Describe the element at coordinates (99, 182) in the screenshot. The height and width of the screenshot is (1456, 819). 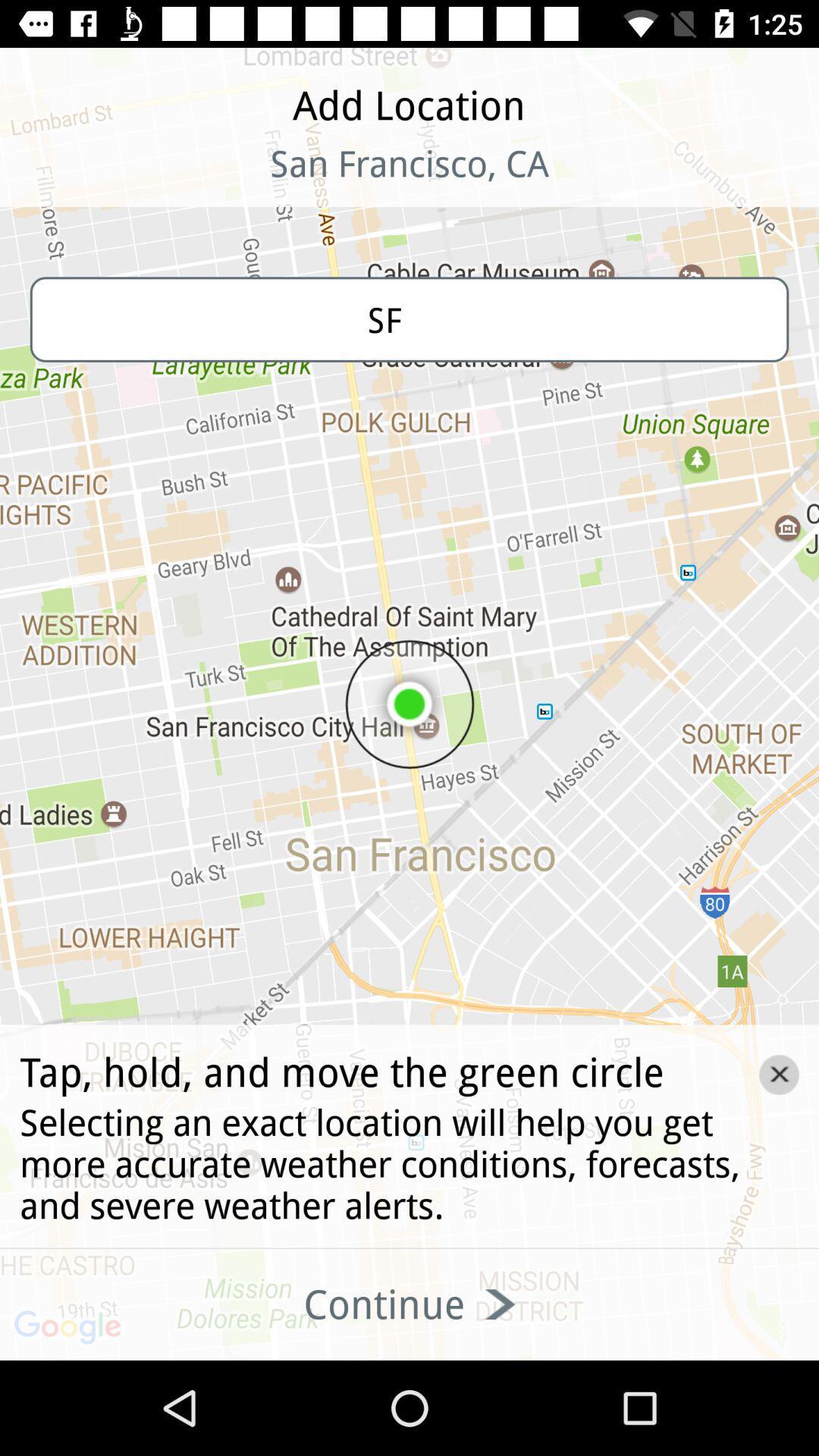
I see `the icon at the top left corner` at that location.